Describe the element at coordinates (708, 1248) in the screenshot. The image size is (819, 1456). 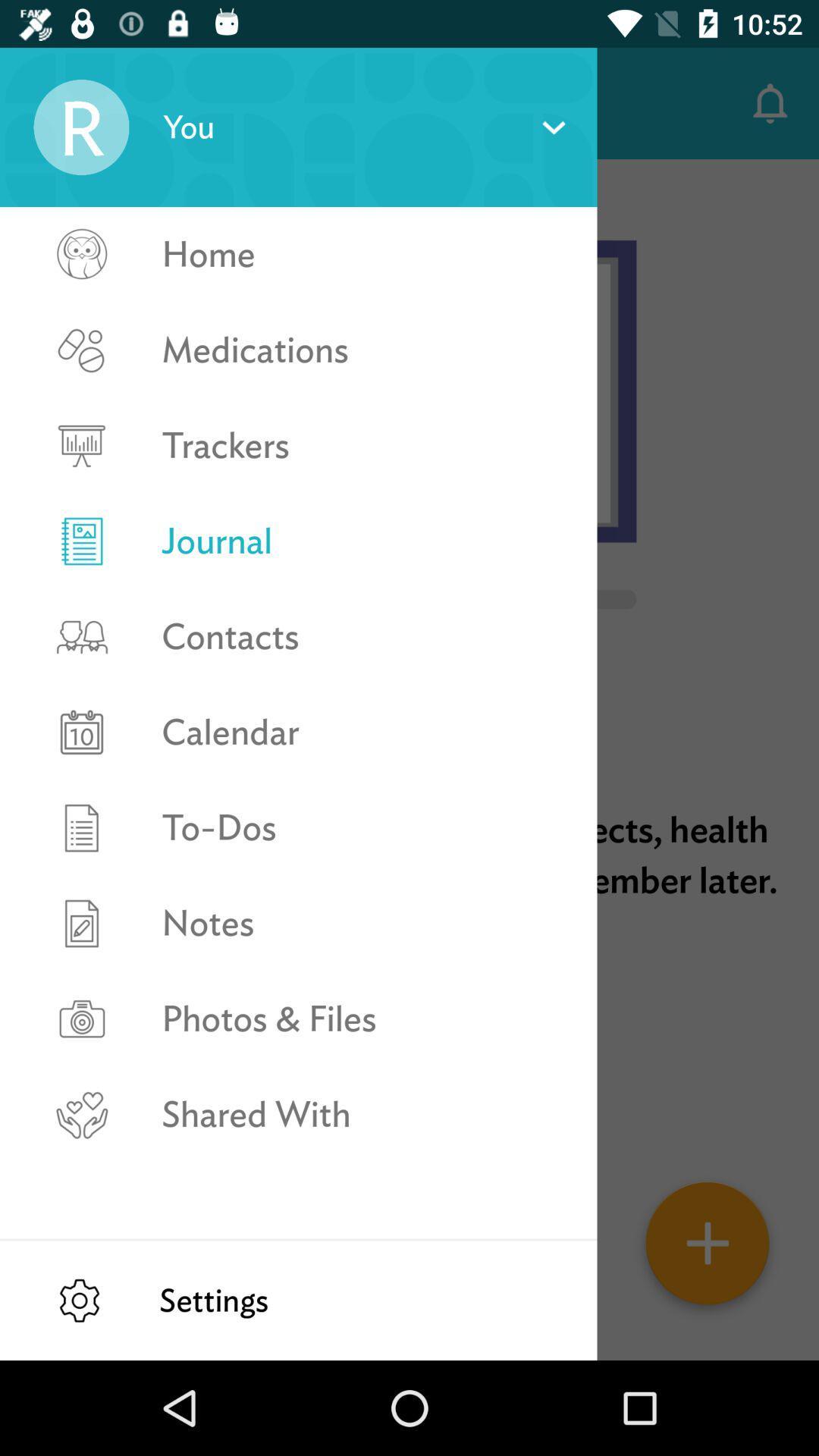
I see `the add icon` at that location.